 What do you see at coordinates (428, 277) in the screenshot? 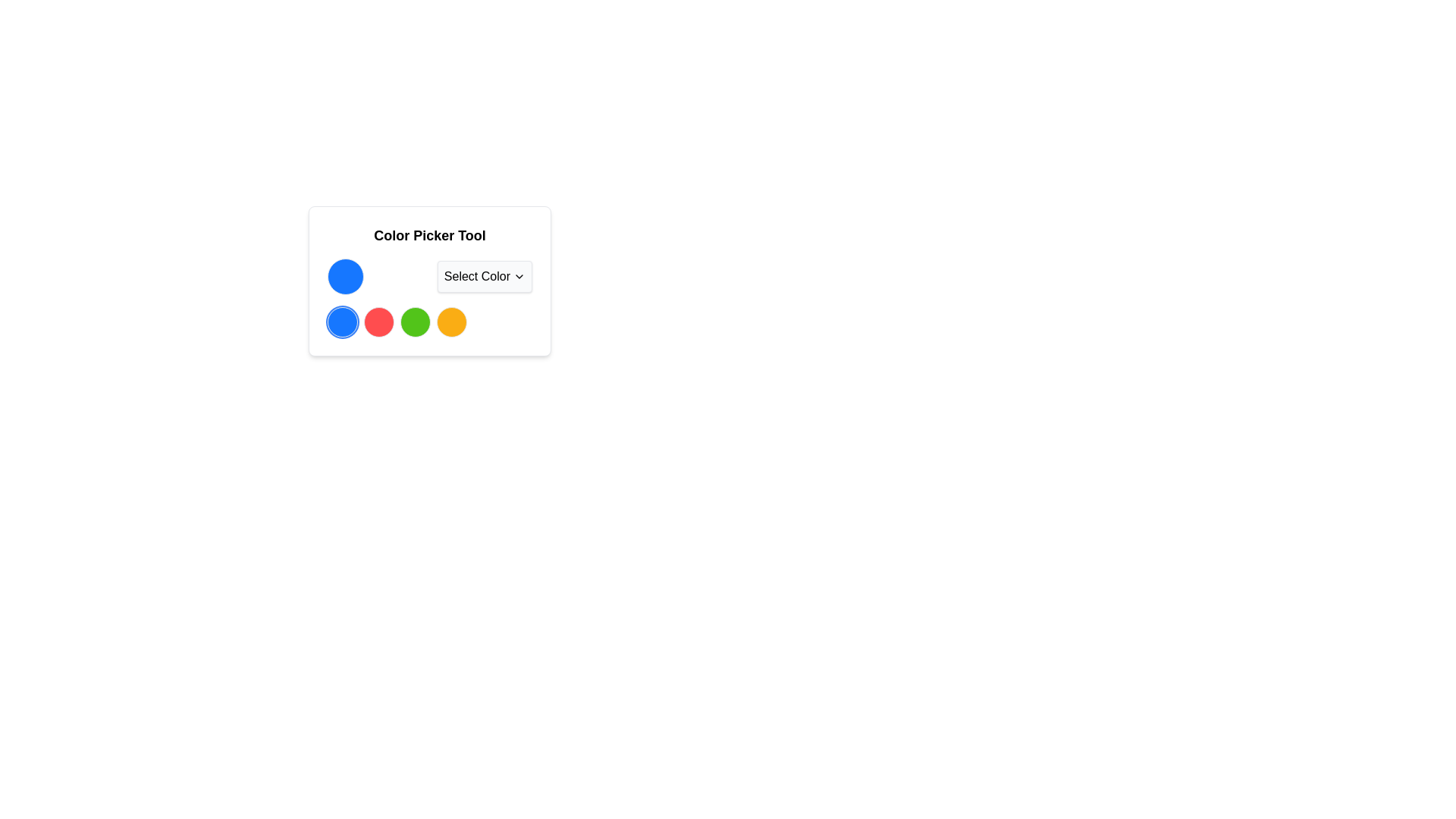
I see `the 'Select Color' dropdown menu` at bounding box center [428, 277].